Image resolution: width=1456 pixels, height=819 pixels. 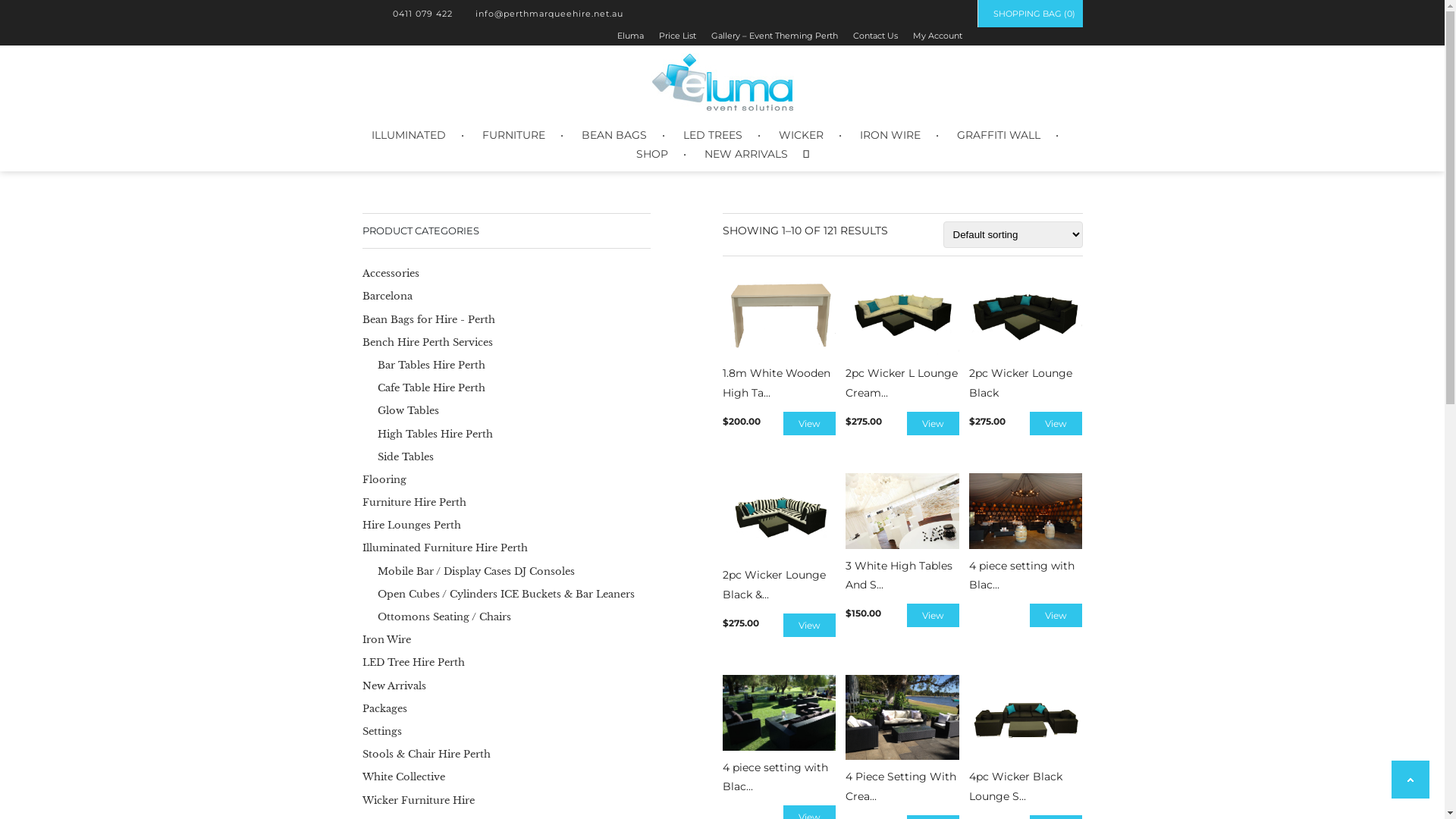 What do you see at coordinates (444, 548) in the screenshot?
I see `'Illuminated Furniture Hire Perth'` at bounding box center [444, 548].